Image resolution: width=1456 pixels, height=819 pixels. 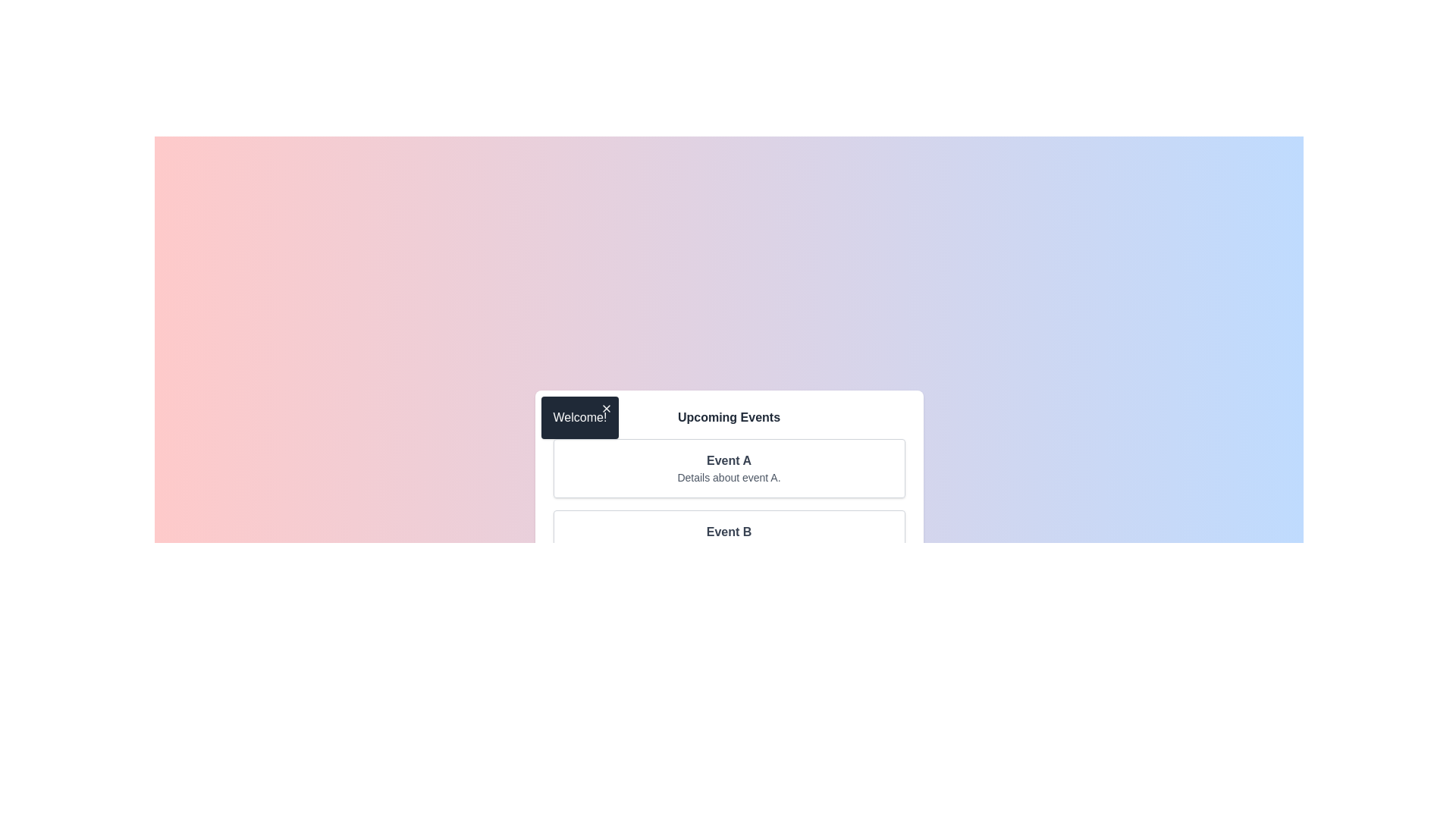 I want to click on the informational card displaying details about 'Event B', which is located below 'Event A' and above 'Event C' in the 'Upcoming Events' section, so click(x=729, y=539).